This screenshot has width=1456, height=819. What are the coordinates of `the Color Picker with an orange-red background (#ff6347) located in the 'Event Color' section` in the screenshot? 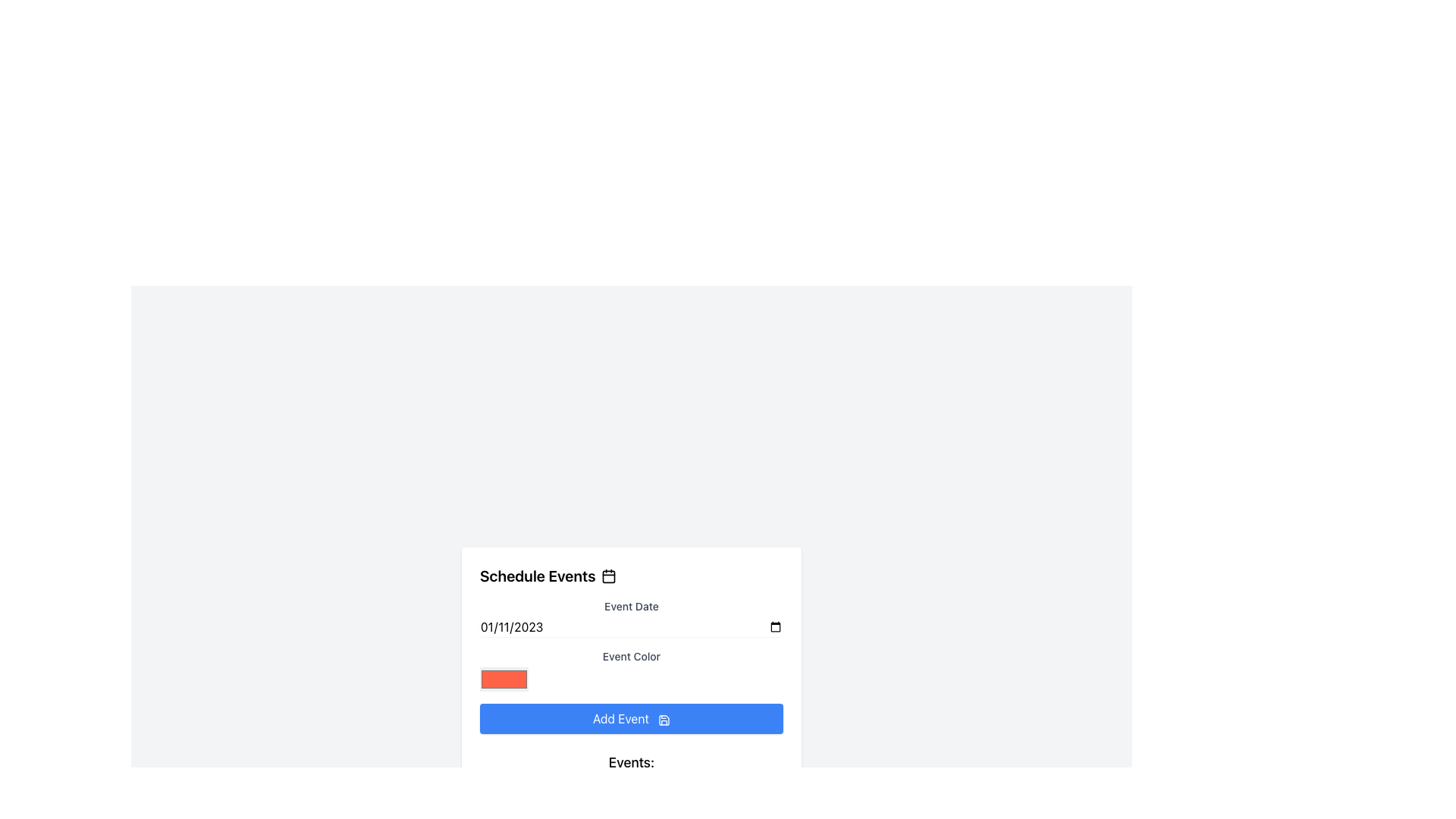 It's located at (504, 678).